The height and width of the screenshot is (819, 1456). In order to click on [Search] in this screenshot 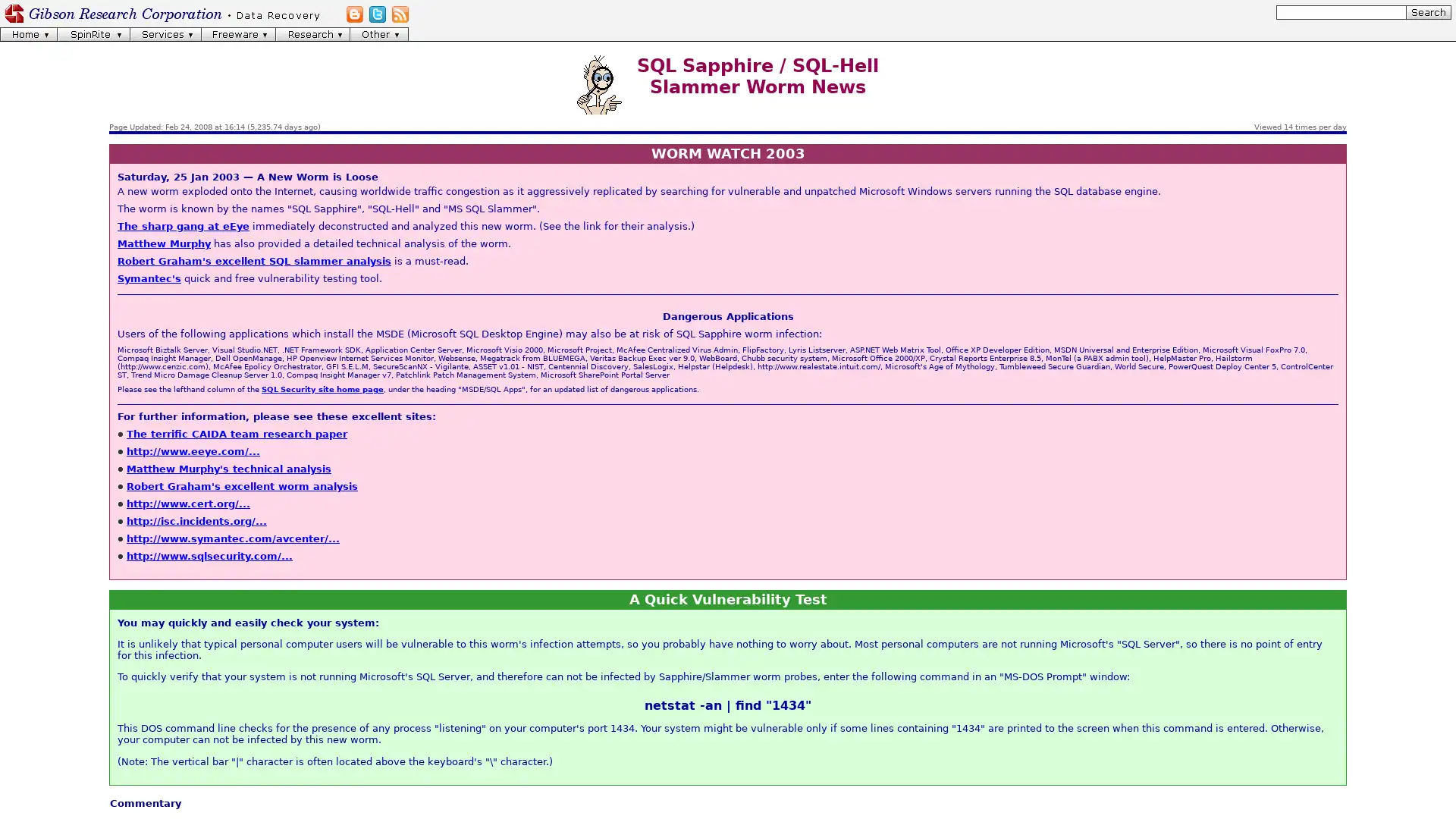, I will do `click(1427, 12)`.